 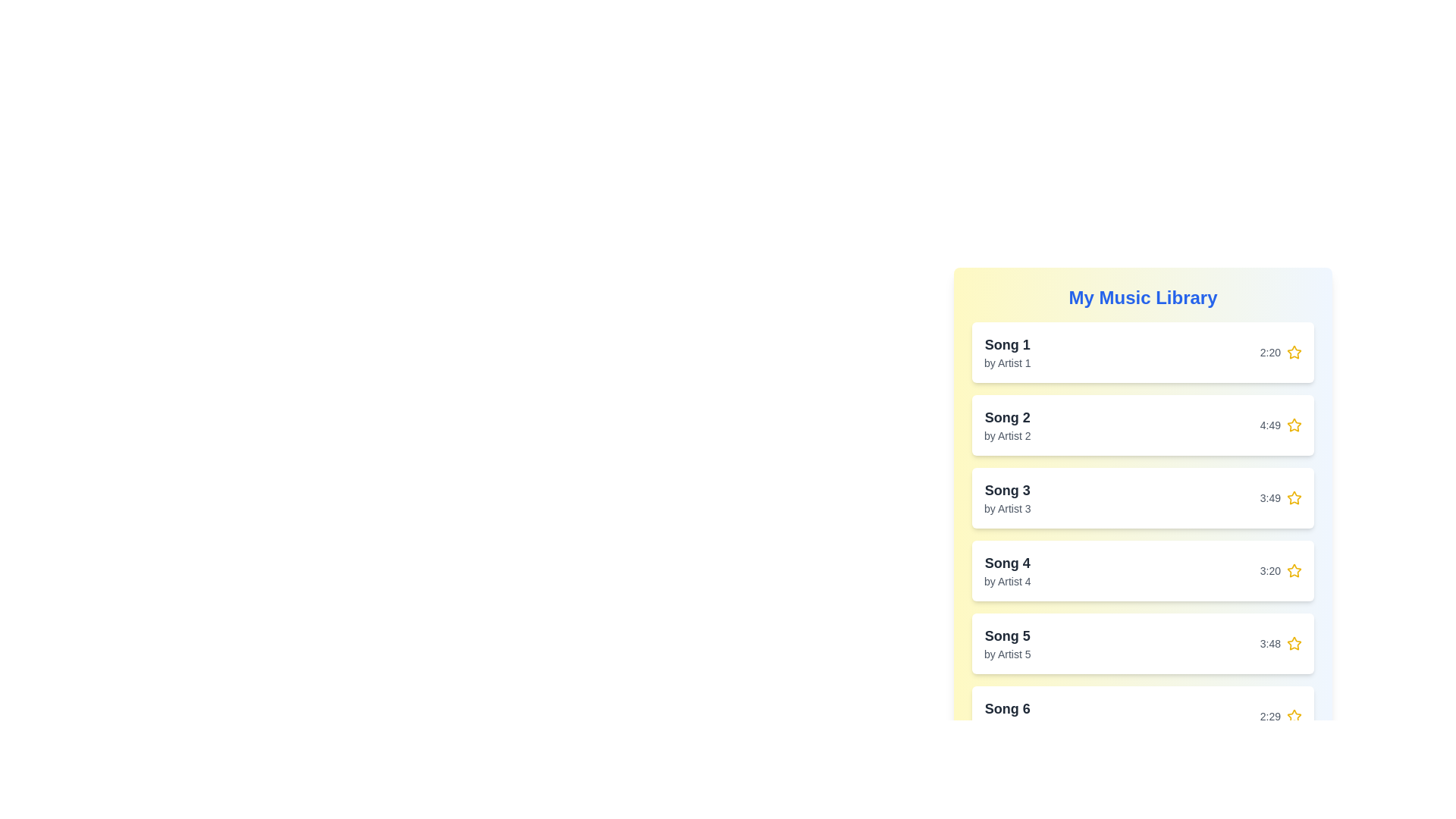 What do you see at coordinates (1270, 570) in the screenshot?
I see `the text label displaying the time '3:20', which is positioned in the row for 'Song 4' in the music library listing, adjacent to a star icon` at bounding box center [1270, 570].